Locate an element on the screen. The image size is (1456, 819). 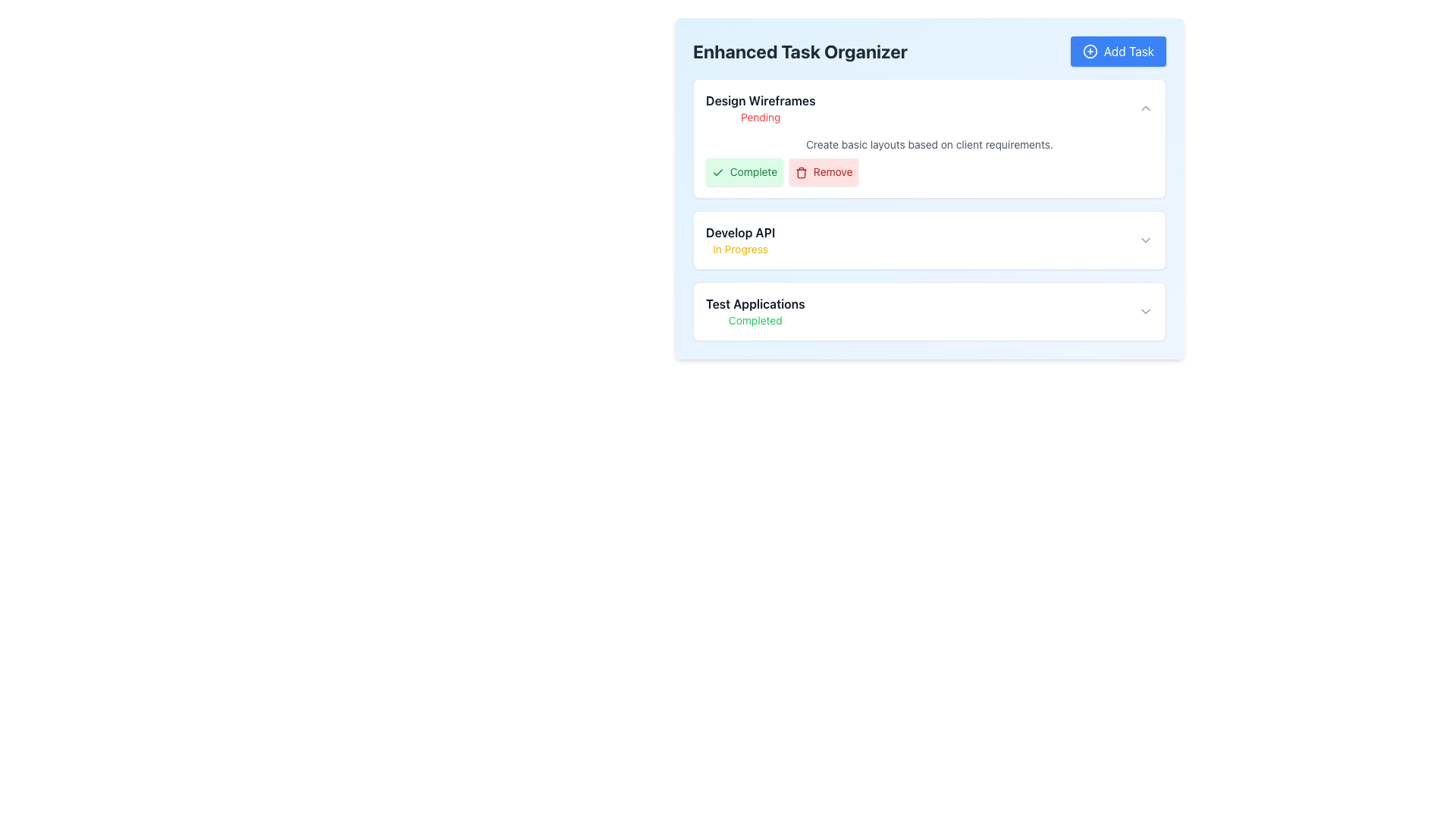
the text label that reads 'Create basic layouts based on client requirements.' which is styled in gray color and is part of the task description section under 'Design Wireframes' is located at coordinates (928, 145).